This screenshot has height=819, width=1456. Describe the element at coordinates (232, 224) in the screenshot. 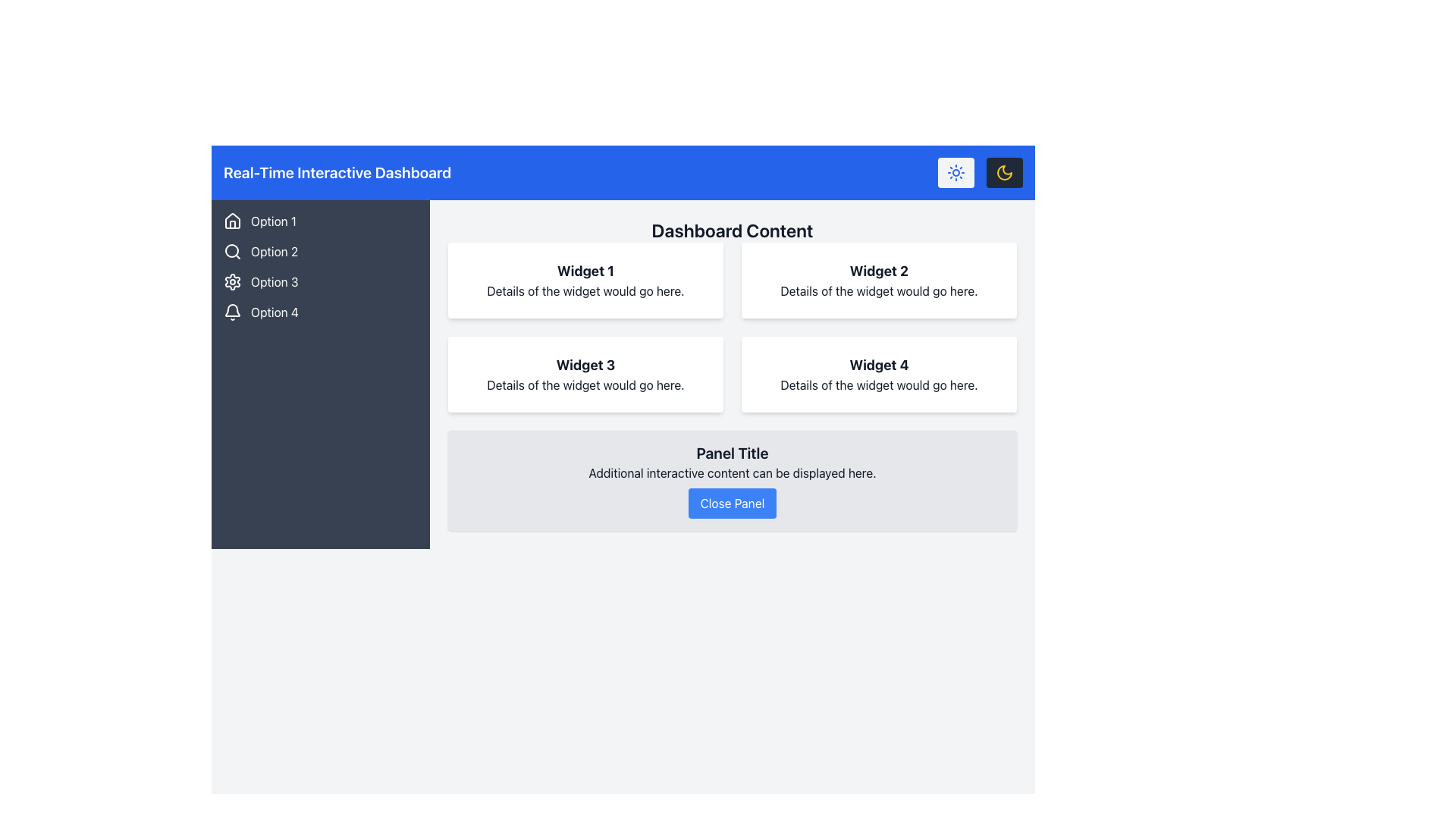

I see `the door icon within the house symbol located in the sidebar under 'Option 1'` at that location.